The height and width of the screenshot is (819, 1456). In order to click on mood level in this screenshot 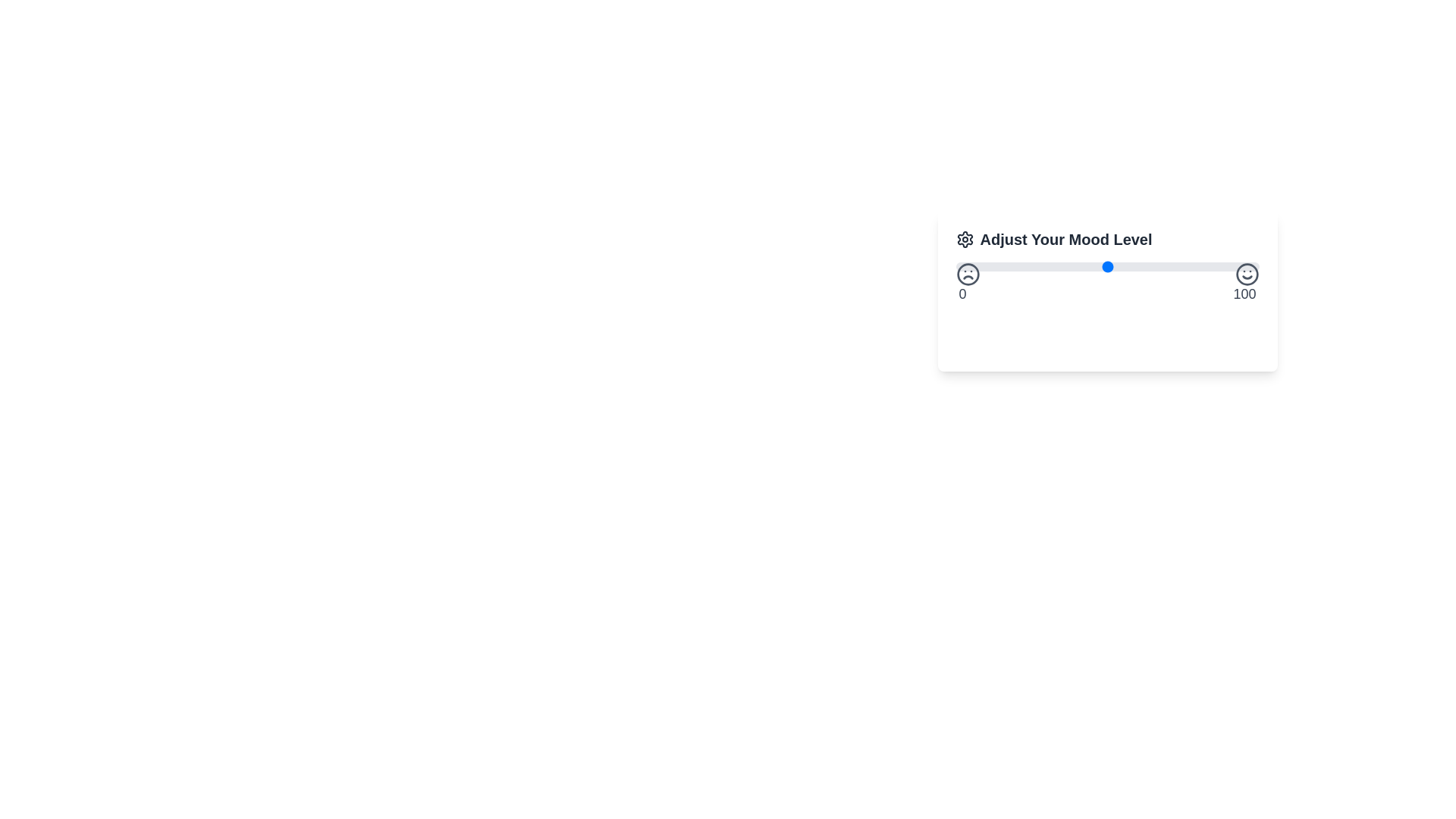, I will do `click(1058, 265)`.